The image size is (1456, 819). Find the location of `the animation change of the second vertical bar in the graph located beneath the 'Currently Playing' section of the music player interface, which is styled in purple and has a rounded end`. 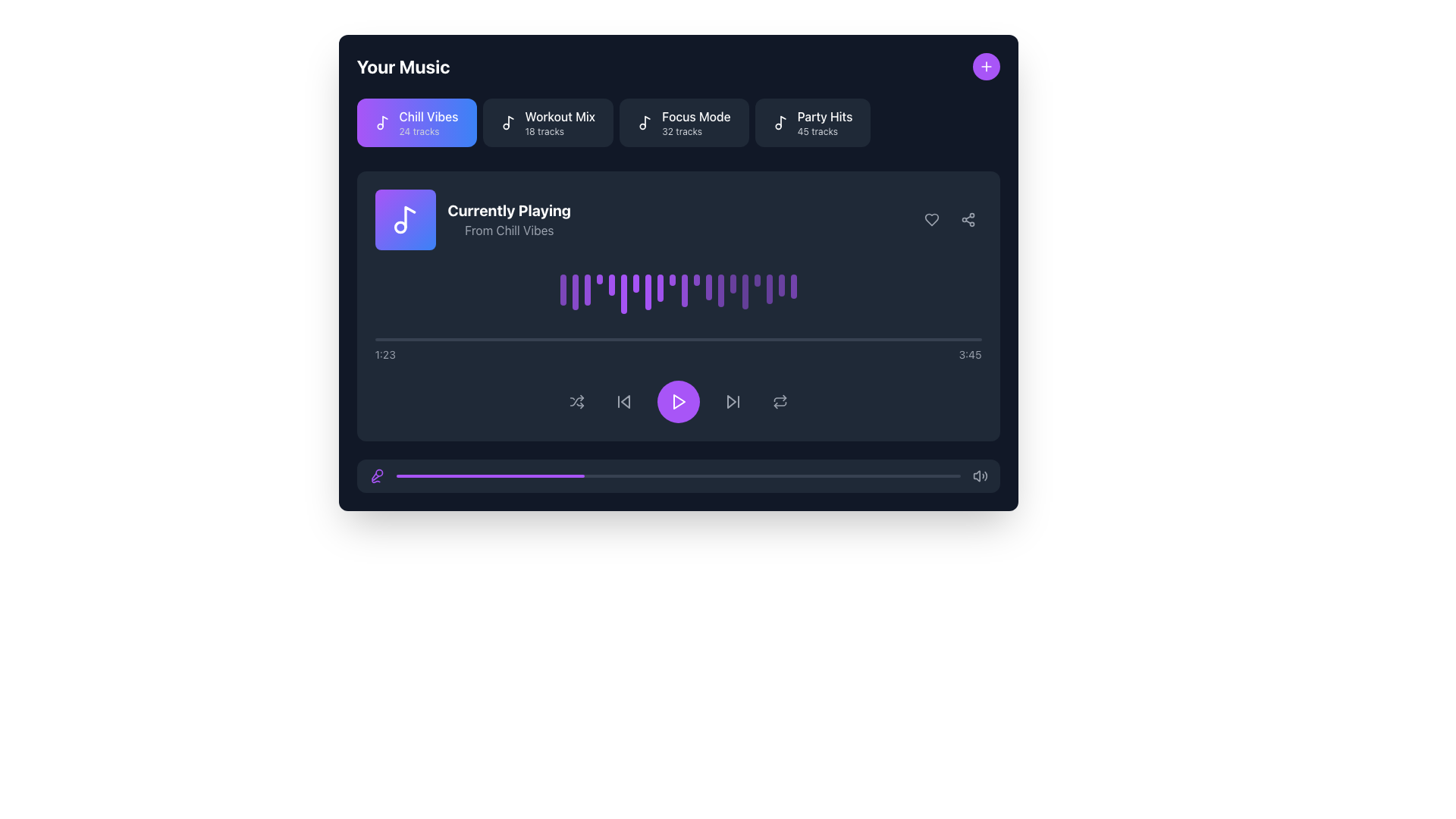

the animation change of the second vertical bar in the graph located beneath the 'Currently Playing' section of the music player interface, which is styled in purple and has a rounded end is located at coordinates (574, 292).